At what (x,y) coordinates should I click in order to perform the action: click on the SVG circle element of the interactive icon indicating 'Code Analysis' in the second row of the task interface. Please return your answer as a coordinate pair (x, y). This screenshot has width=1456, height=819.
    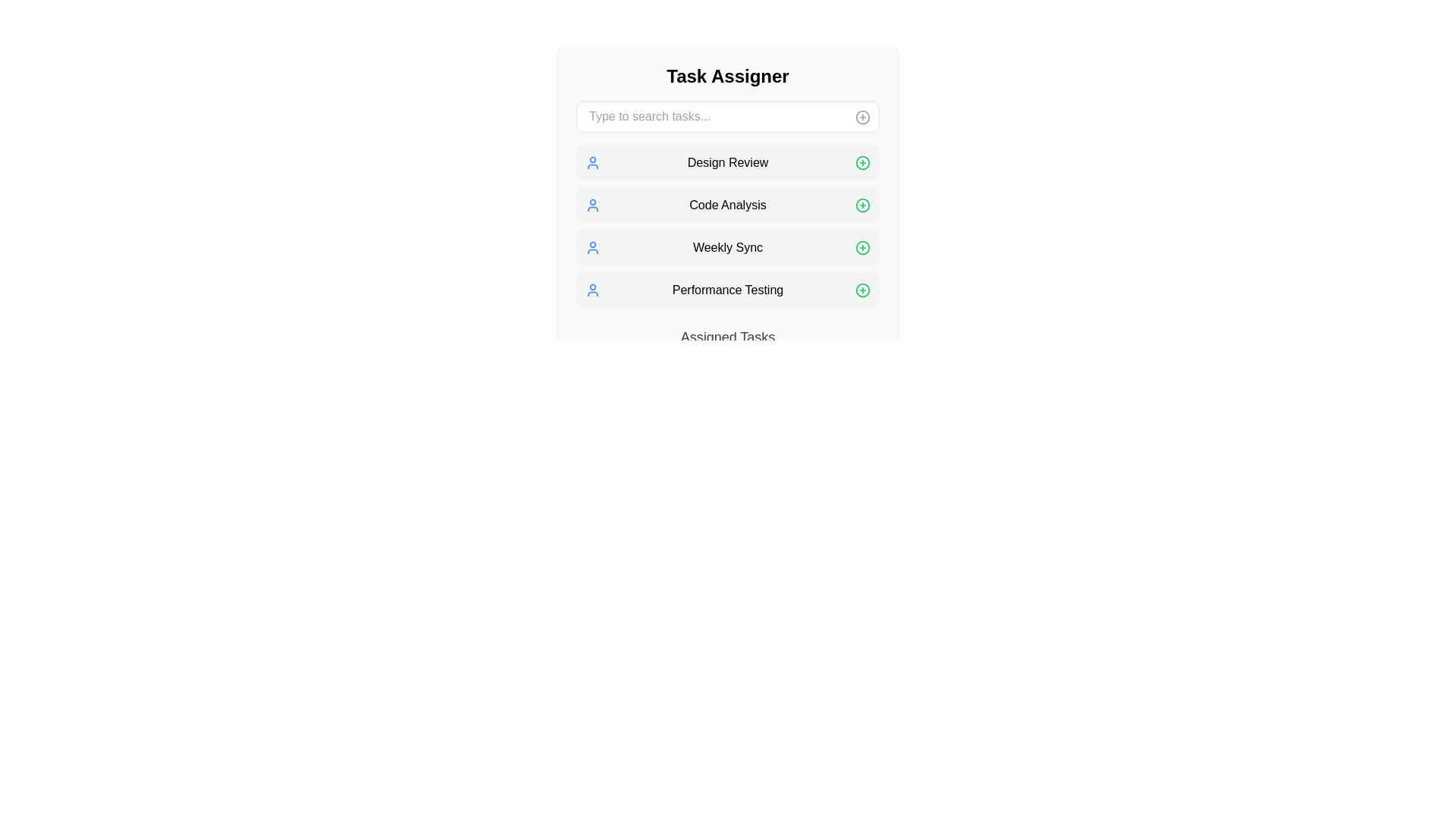
    Looking at the image, I should click on (862, 205).